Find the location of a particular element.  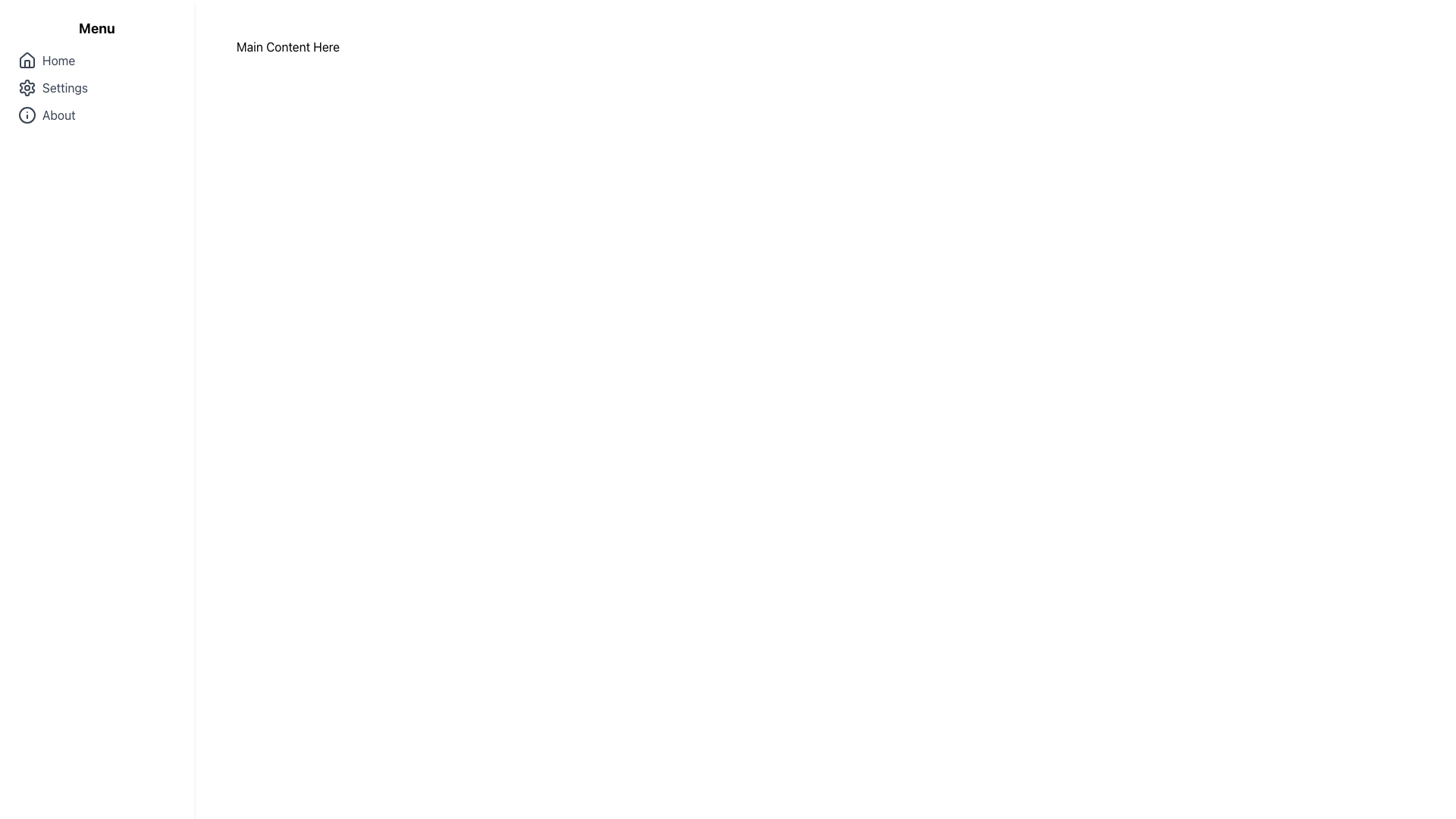

the 'About' navigation menu item, which is the third item in a vertical list is located at coordinates (96, 114).